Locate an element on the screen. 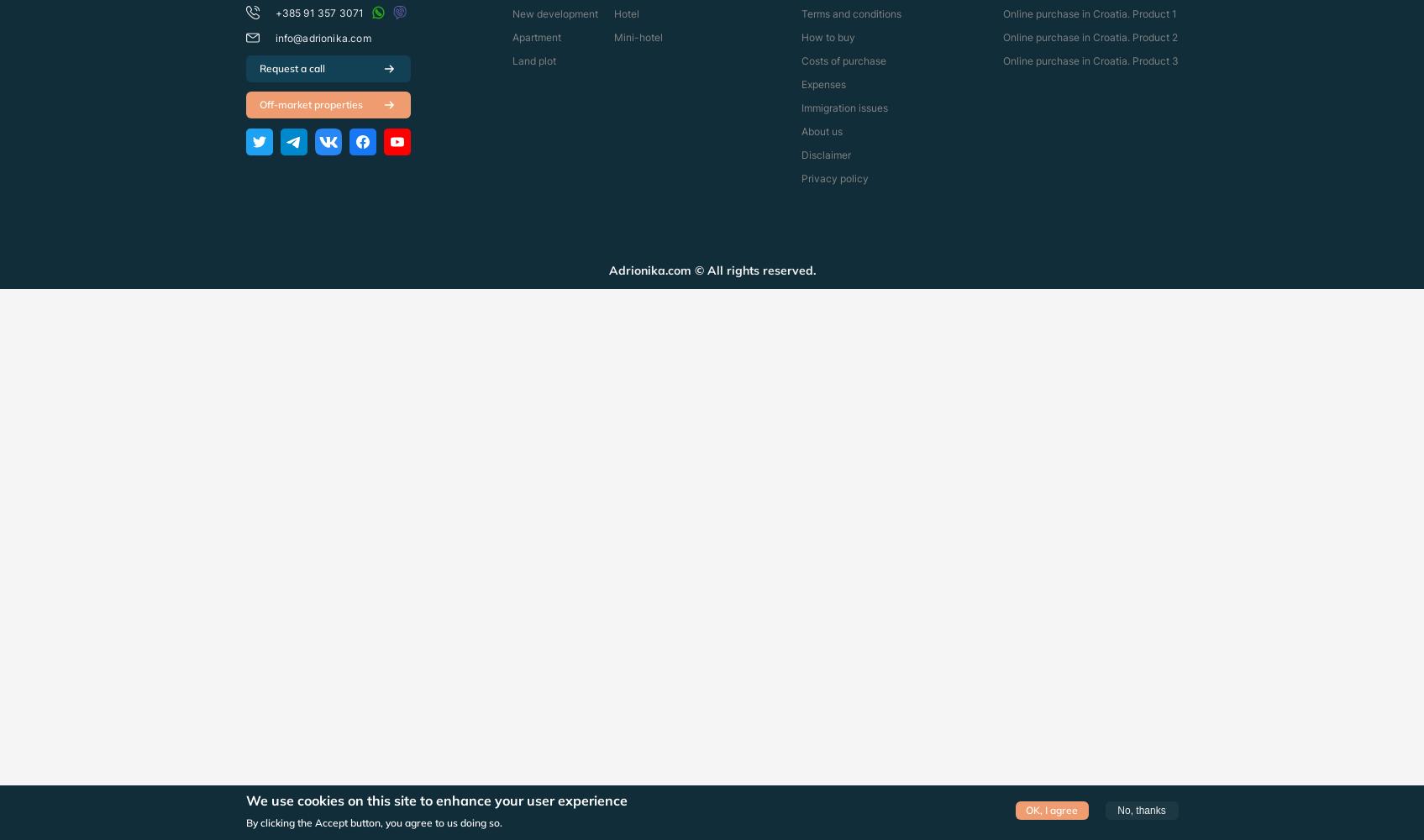  'By clicking the Accept button, you agree to us doing so.' is located at coordinates (373, 821).